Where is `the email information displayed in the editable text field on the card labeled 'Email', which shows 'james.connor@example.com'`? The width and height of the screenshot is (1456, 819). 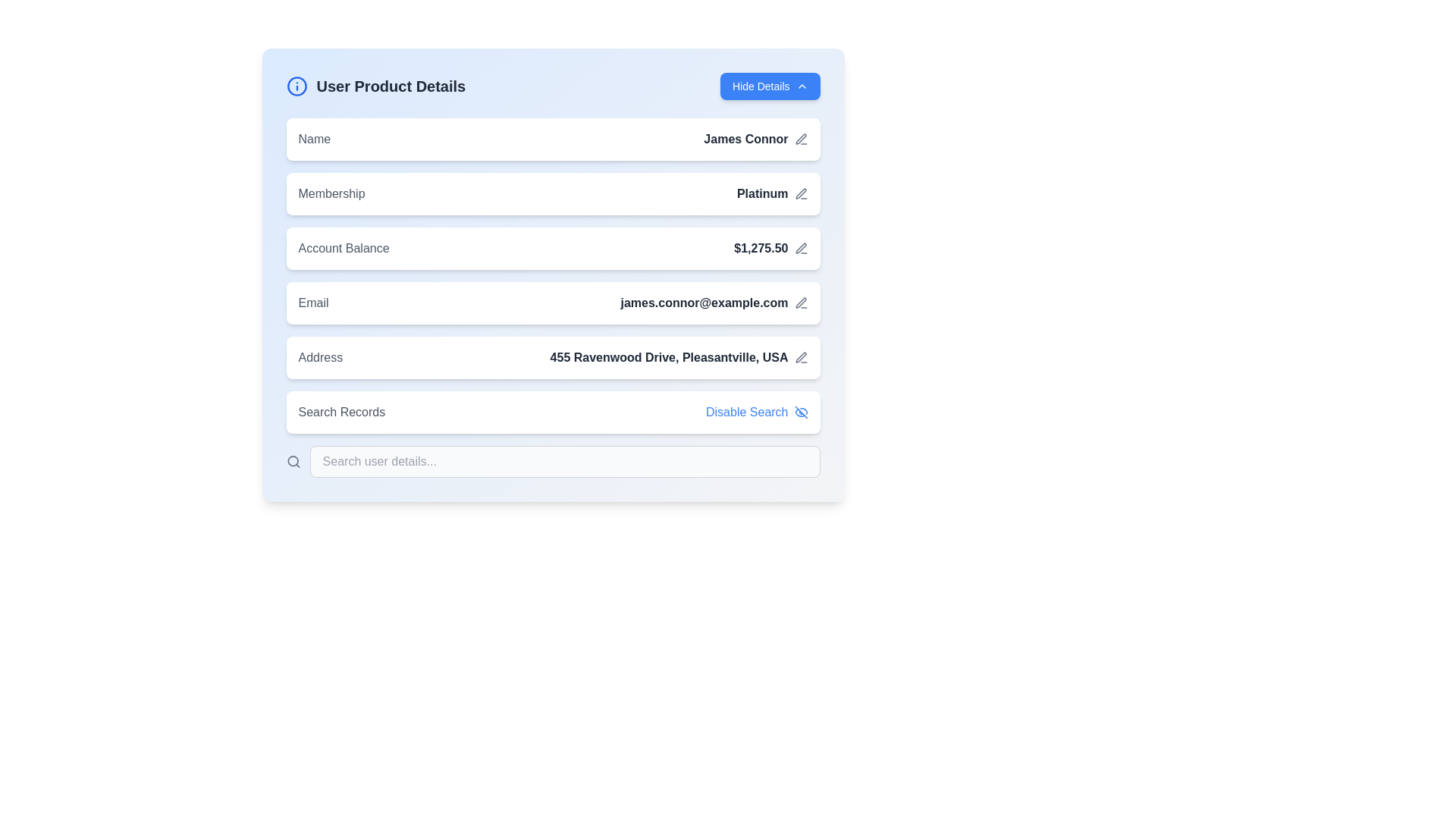
the email information displayed in the editable text field on the card labeled 'Email', which shows 'james.connor@example.com' is located at coordinates (552, 303).